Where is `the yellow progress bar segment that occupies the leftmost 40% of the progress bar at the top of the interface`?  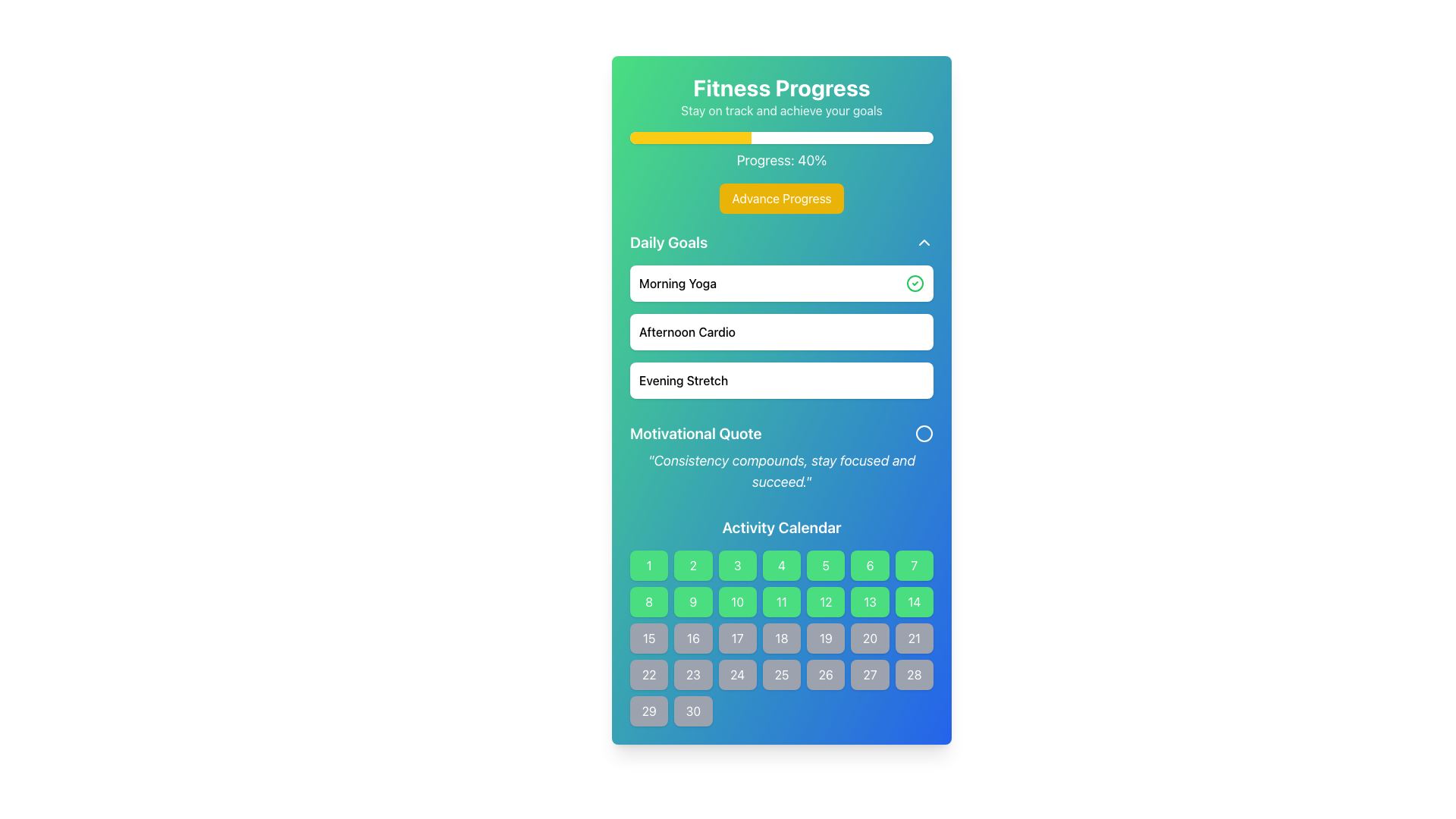 the yellow progress bar segment that occupies the leftmost 40% of the progress bar at the top of the interface is located at coordinates (690, 137).